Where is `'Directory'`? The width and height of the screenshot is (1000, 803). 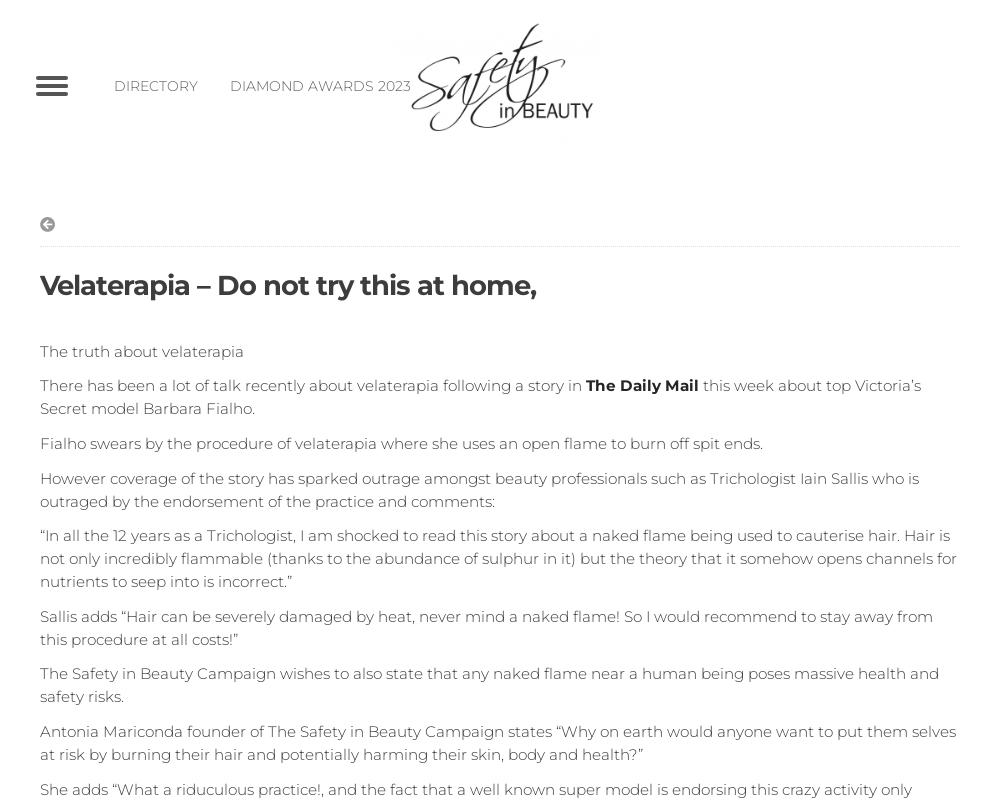 'Directory' is located at coordinates (156, 85).